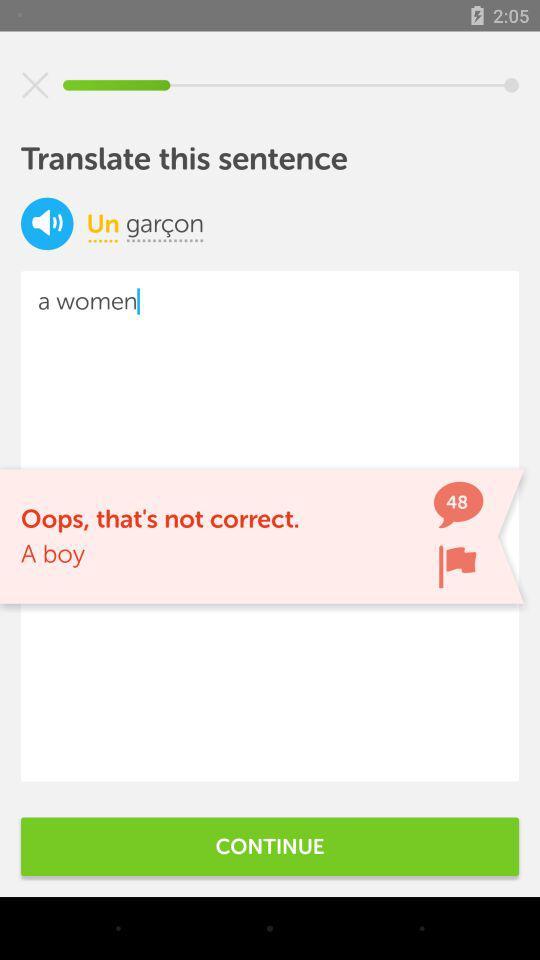 This screenshot has width=540, height=960. What do you see at coordinates (47, 223) in the screenshot?
I see `mutes the sound` at bounding box center [47, 223].